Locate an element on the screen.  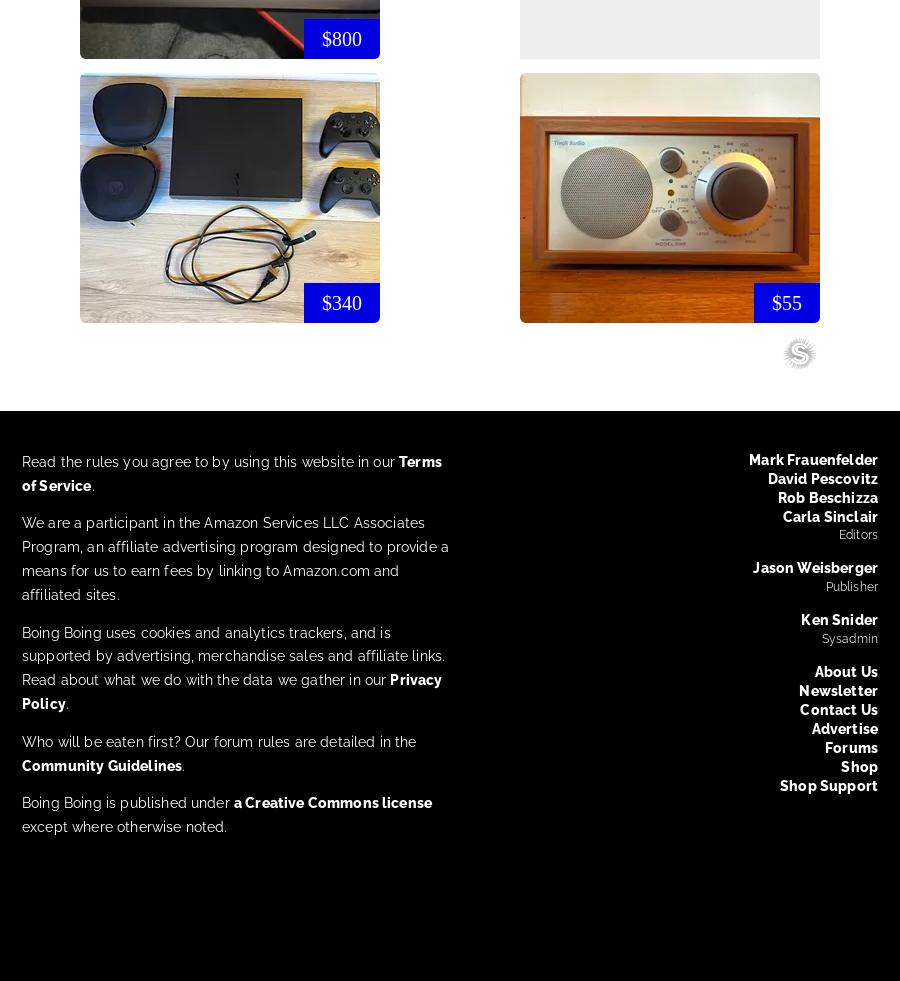
'$800' is located at coordinates (321, 36).